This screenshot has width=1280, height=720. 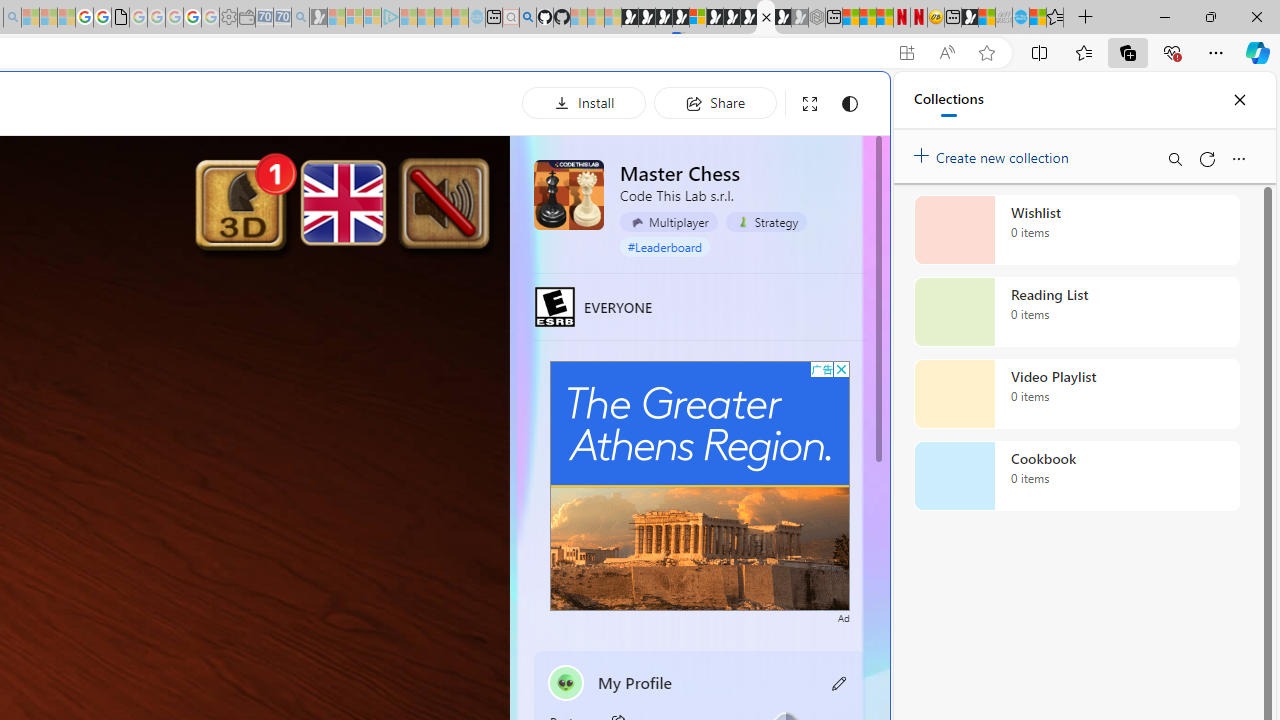 I want to click on 'Strategy', so click(x=765, y=222).